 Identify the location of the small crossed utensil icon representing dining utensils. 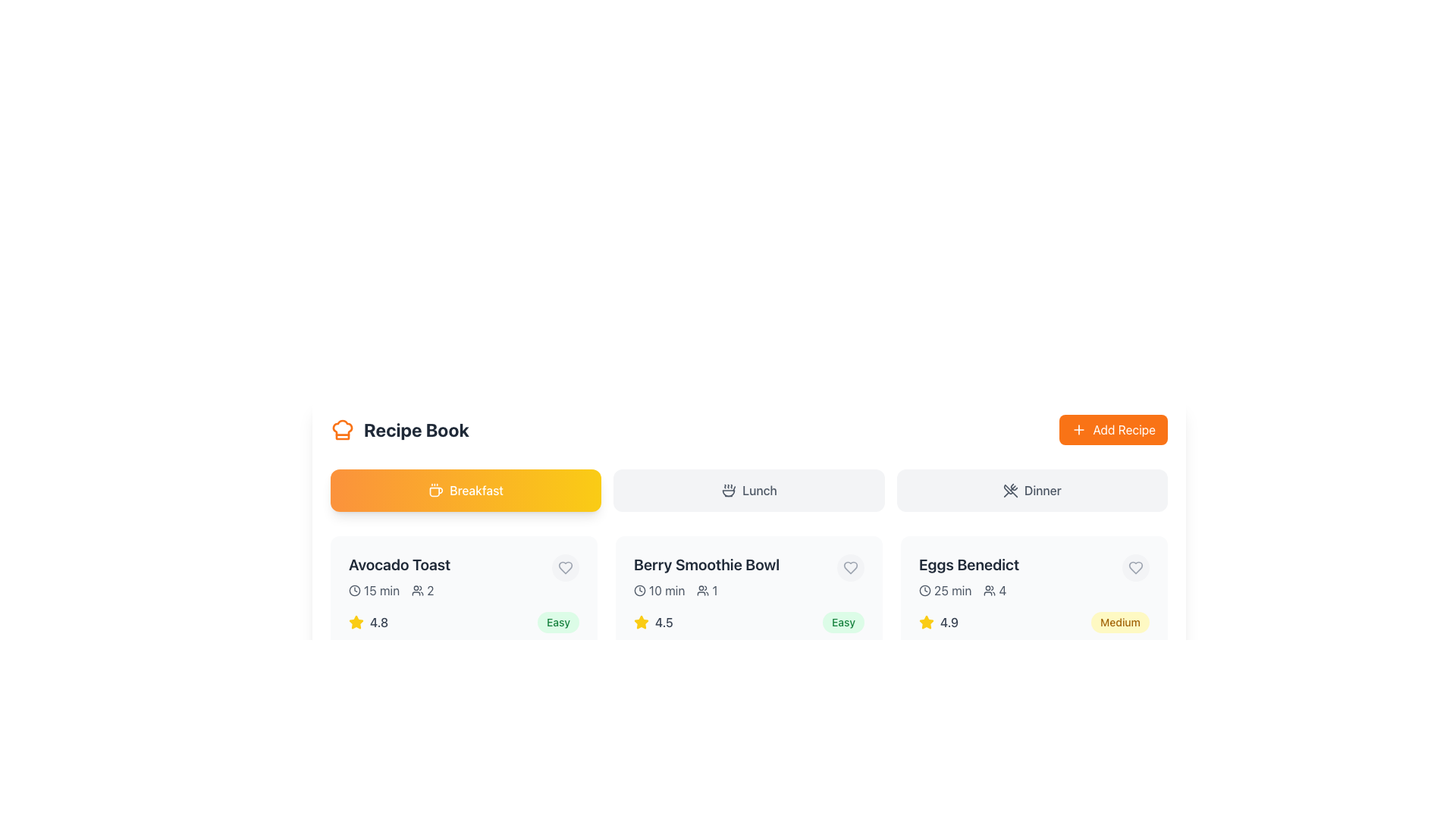
(1010, 491).